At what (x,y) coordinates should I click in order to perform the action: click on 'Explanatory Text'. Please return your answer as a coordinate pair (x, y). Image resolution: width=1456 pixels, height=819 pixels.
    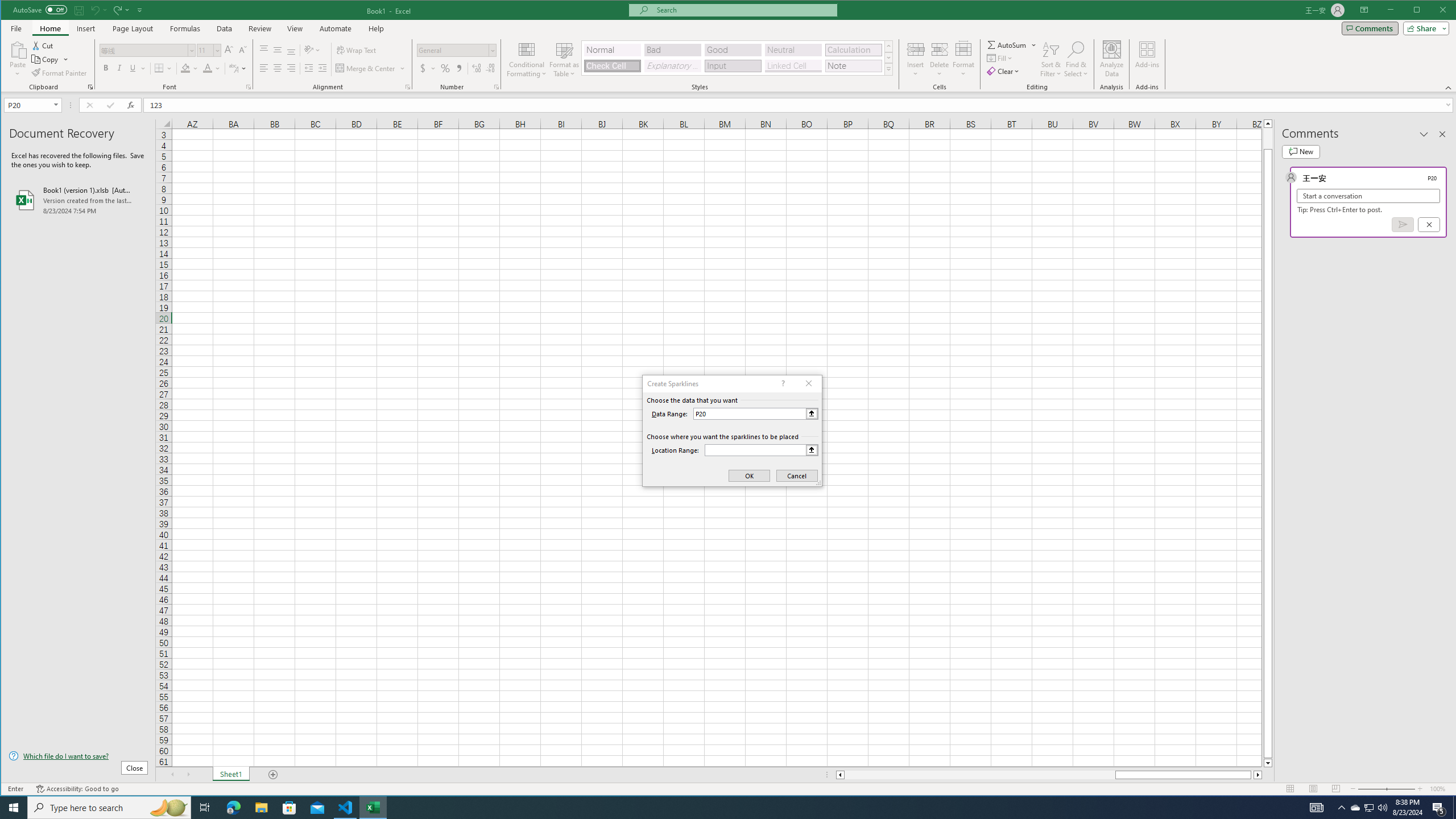
    Looking at the image, I should click on (672, 65).